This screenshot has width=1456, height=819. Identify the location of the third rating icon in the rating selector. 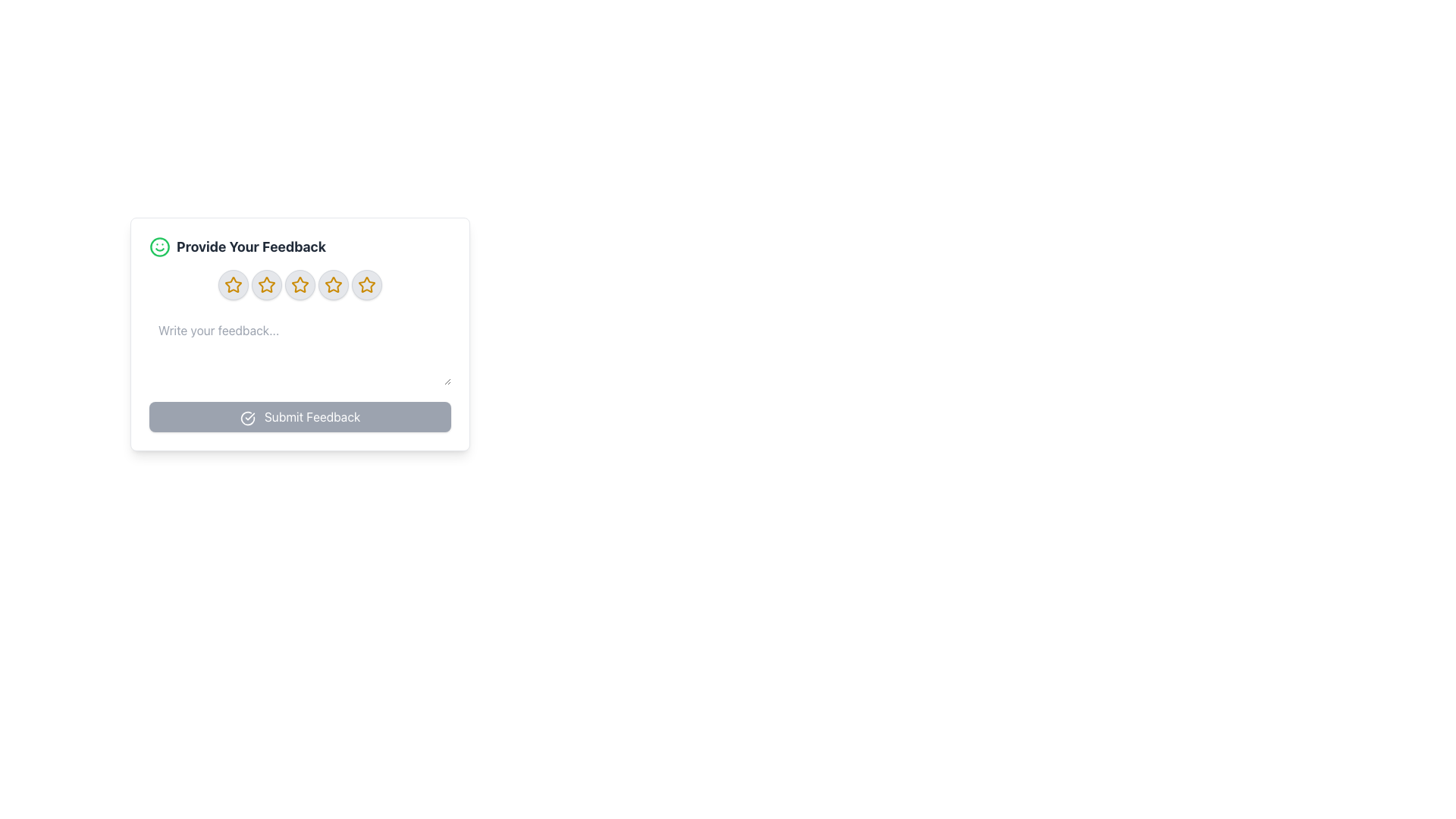
(300, 284).